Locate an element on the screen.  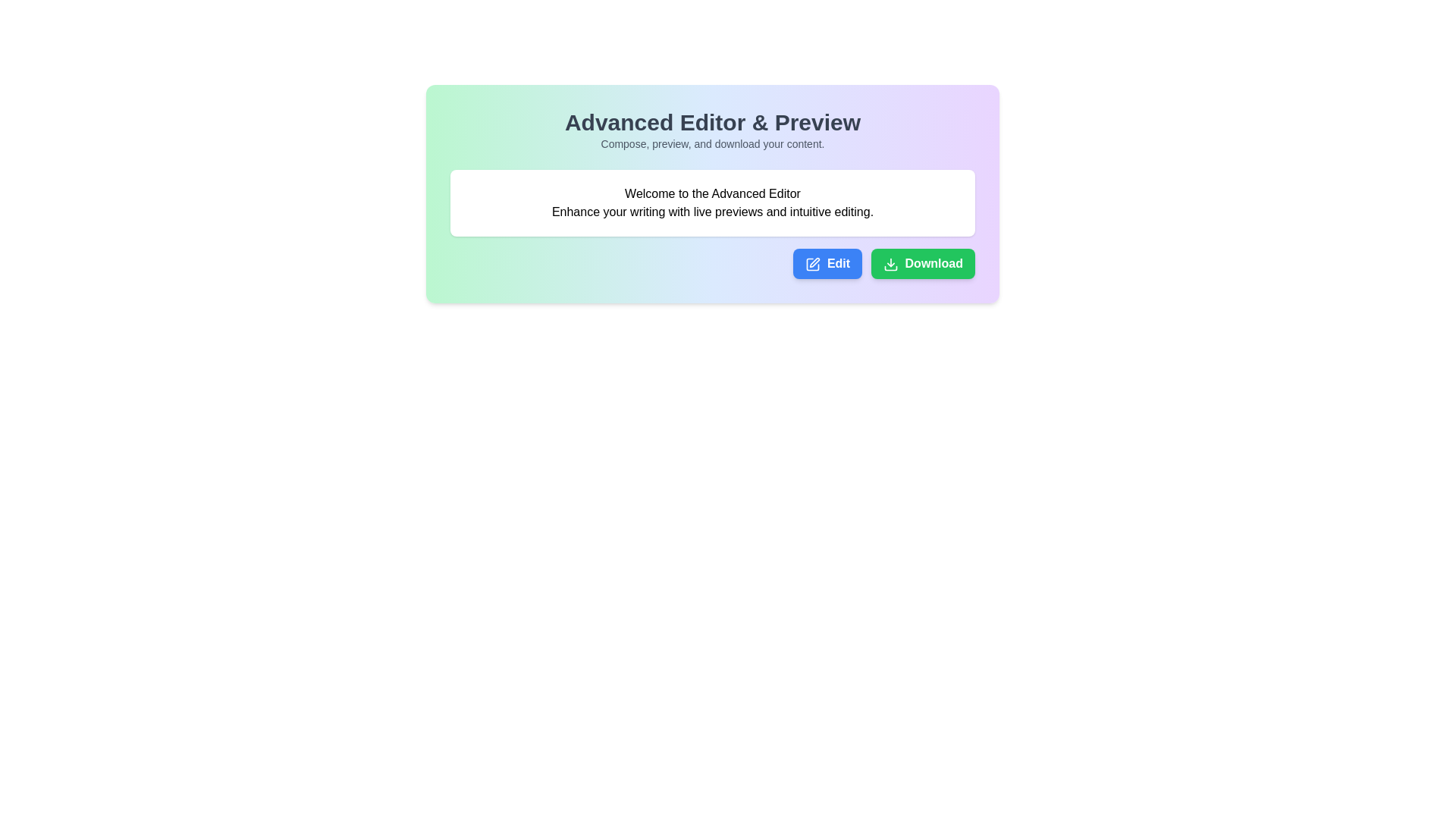
the download button located at the bottom-right of the horizontal button group to initiate a color change is located at coordinates (922, 262).